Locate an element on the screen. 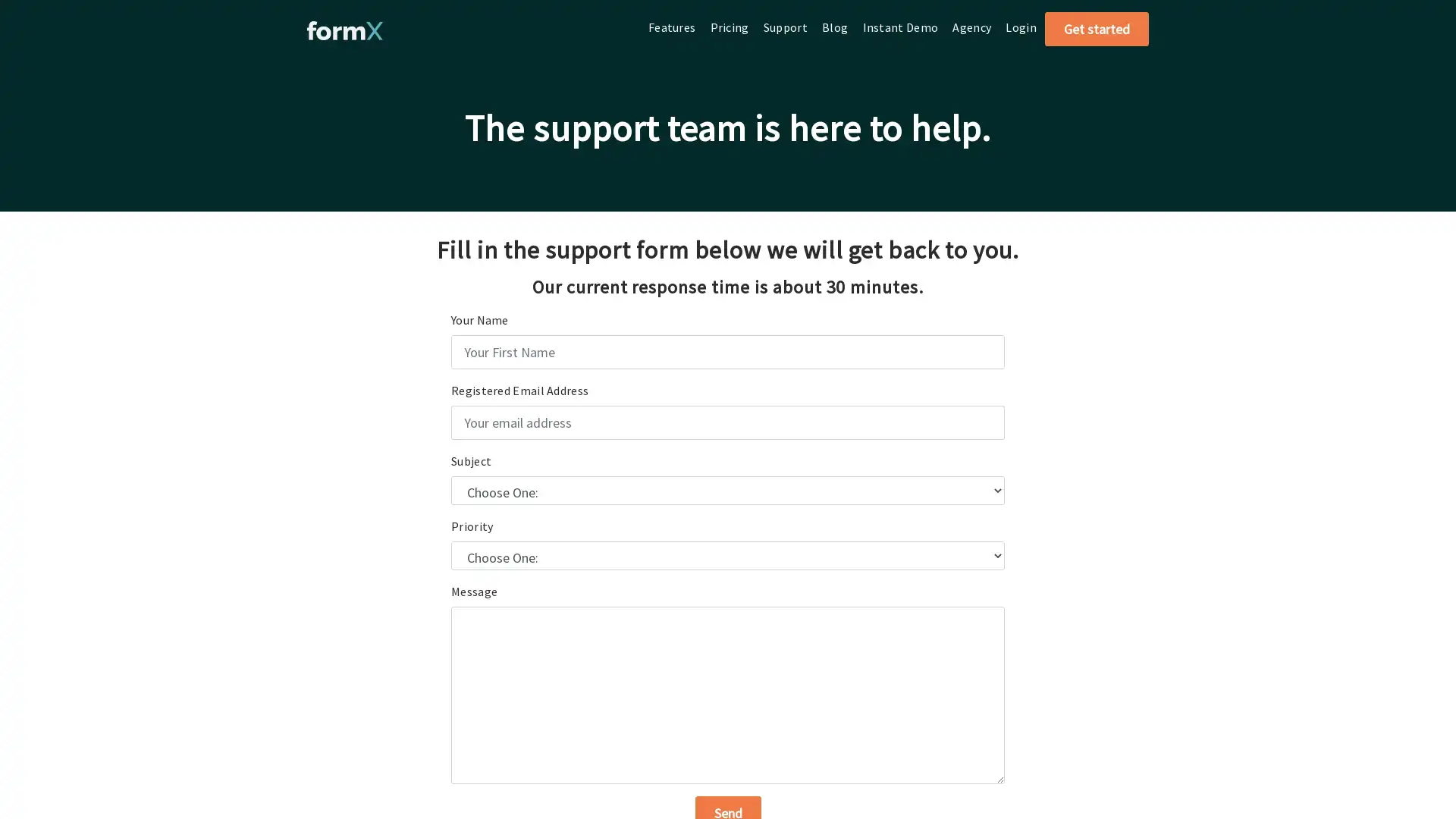  Get started is located at coordinates (1097, 29).